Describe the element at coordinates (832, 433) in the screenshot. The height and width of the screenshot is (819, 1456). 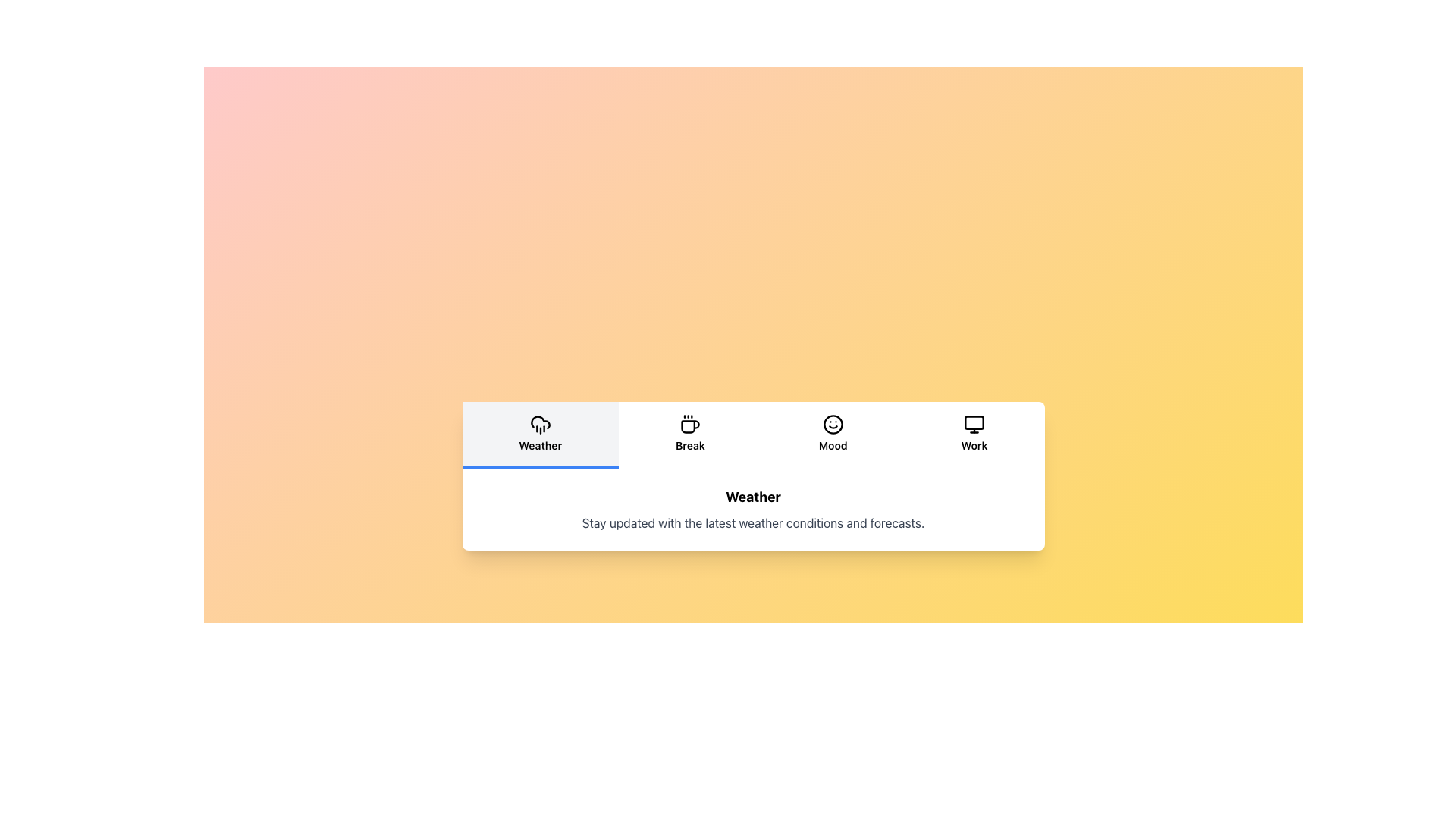
I see `the third menu item in the horizontal menu bar, located between the 'Break' and 'Work' options` at that location.